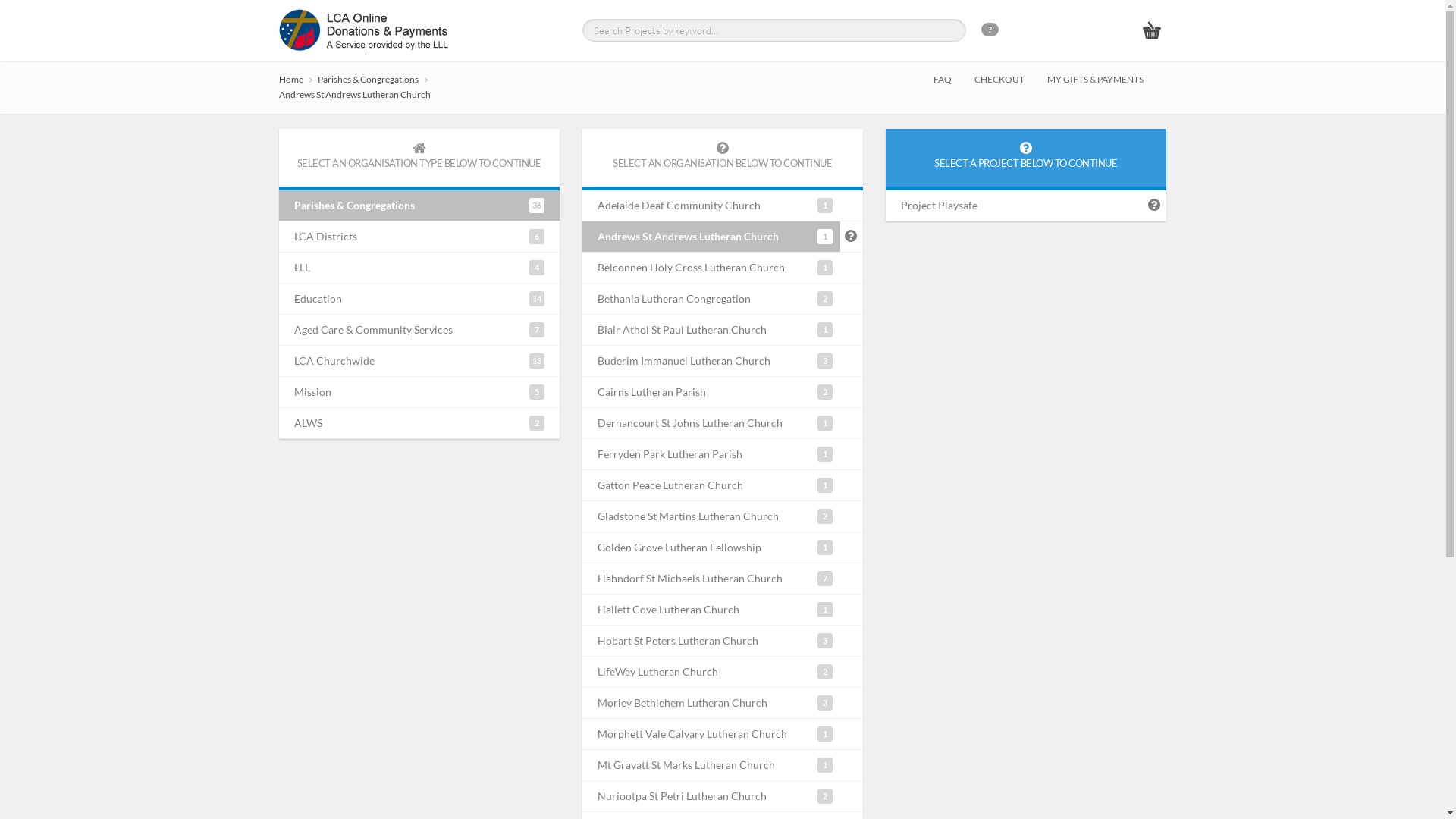  Describe the element at coordinates (710, 360) in the screenshot. I see `'3` at that location.